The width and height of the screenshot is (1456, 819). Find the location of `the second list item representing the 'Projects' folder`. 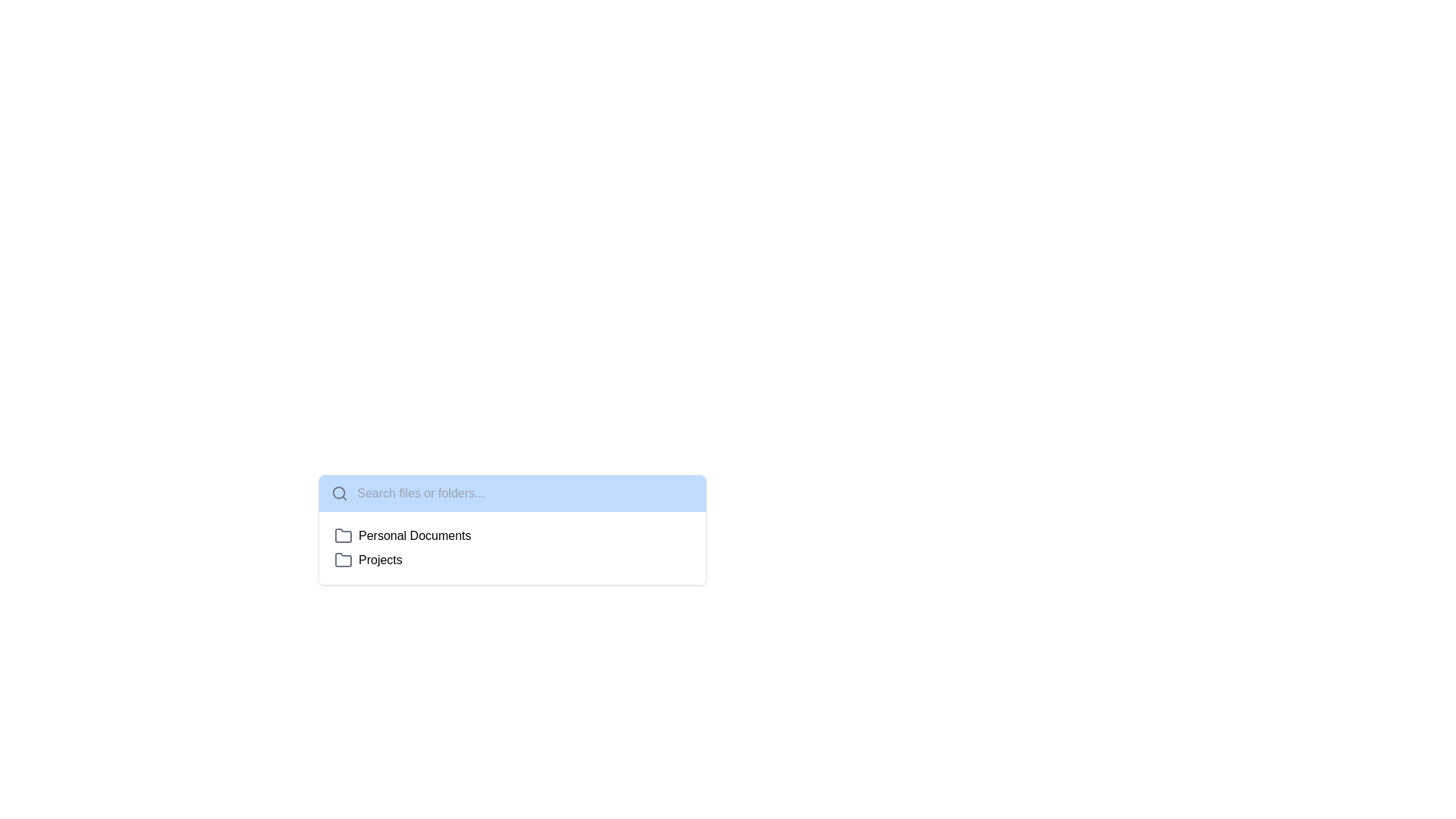

the second list item representing the 'Projects' folder is located at coordinates (513, 560).